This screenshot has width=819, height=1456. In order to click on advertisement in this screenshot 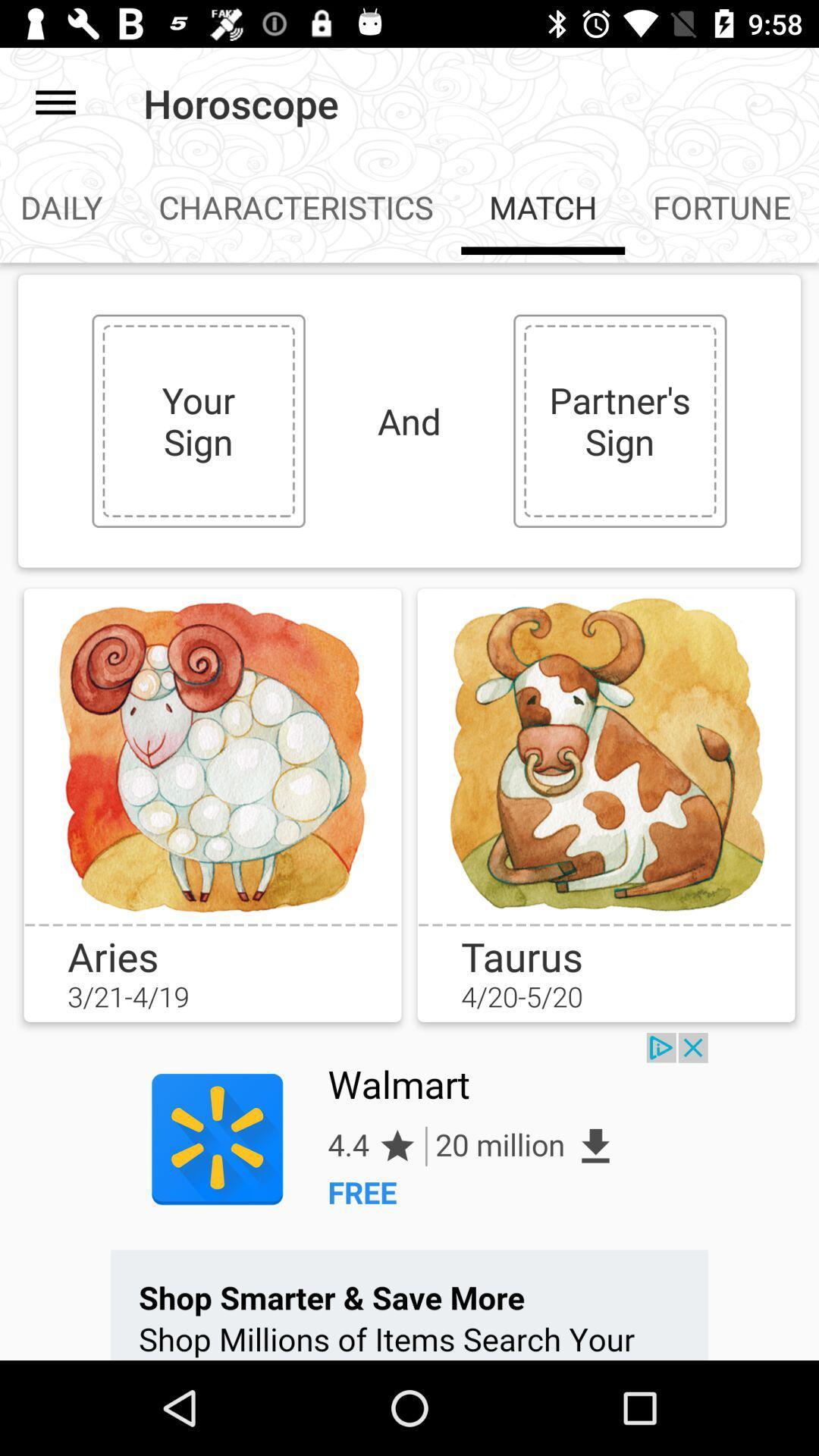, I will do `click(409, 1196)`.